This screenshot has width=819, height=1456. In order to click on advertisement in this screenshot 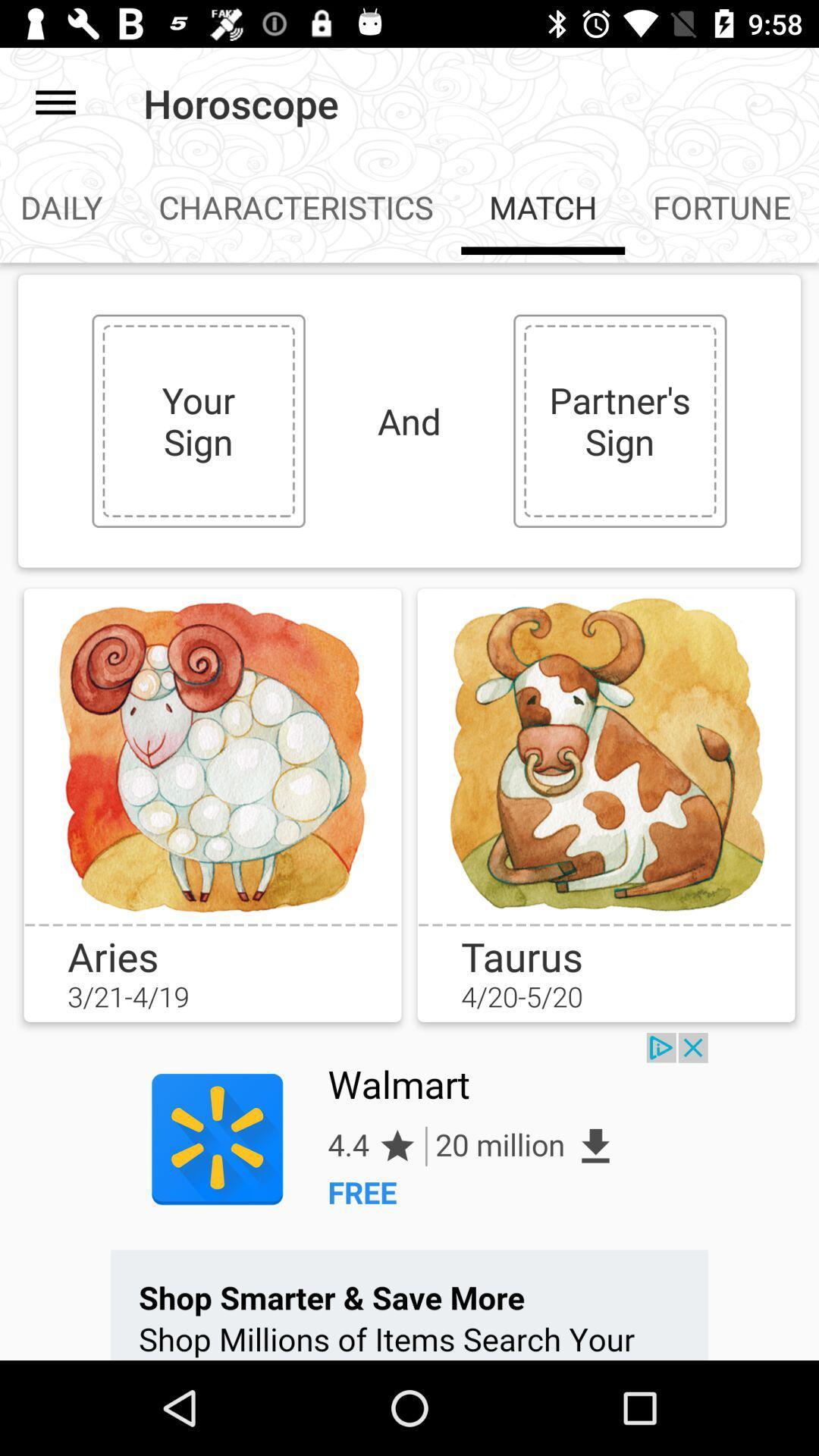, I will do `click(409, 1196)`.